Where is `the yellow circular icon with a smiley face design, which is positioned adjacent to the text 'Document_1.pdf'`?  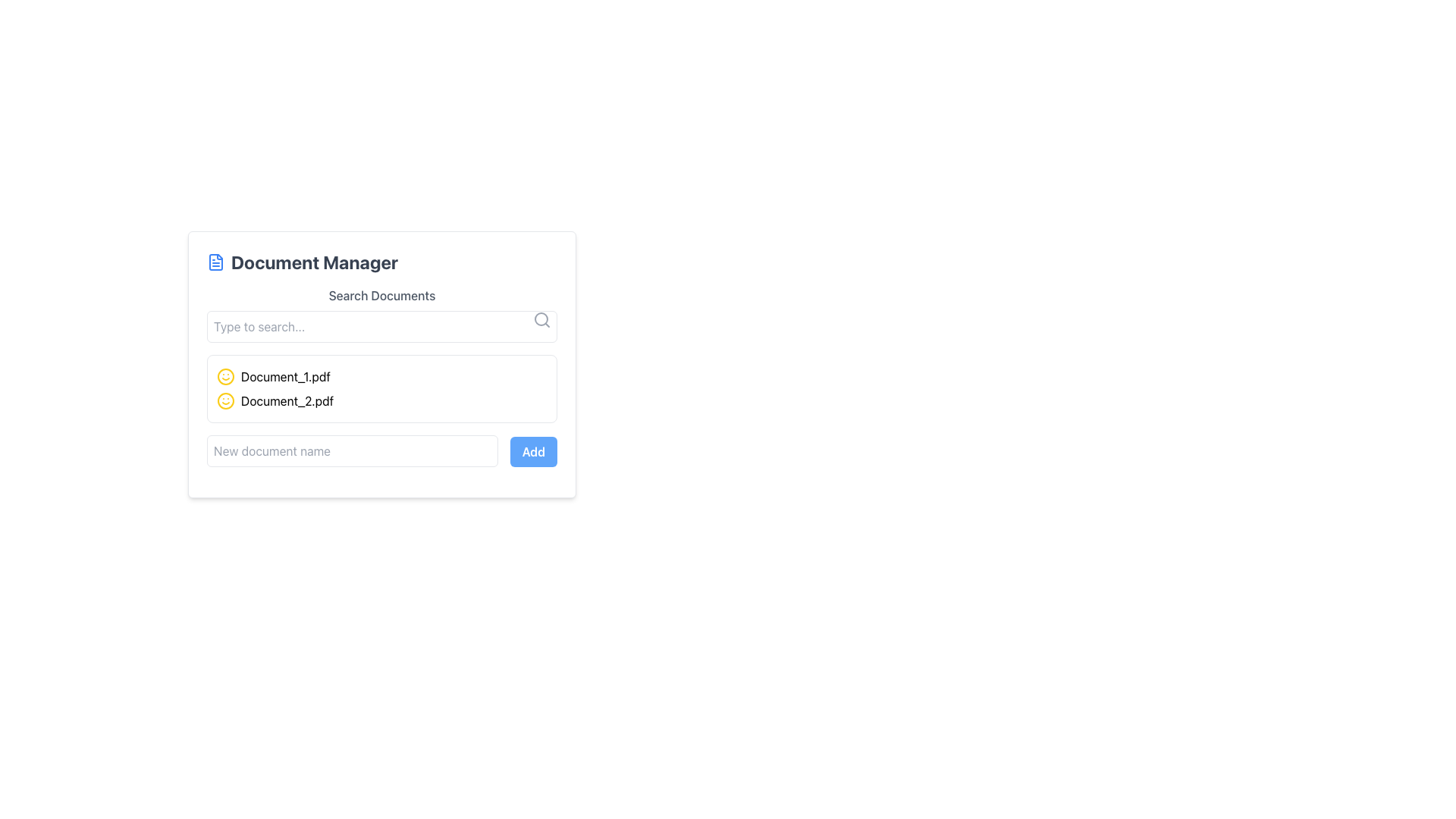 the yellow circular icon with a smiley face design, which is positioned adjacent to the text 'Document_1.pdf' is located at coordinates (224, 376).